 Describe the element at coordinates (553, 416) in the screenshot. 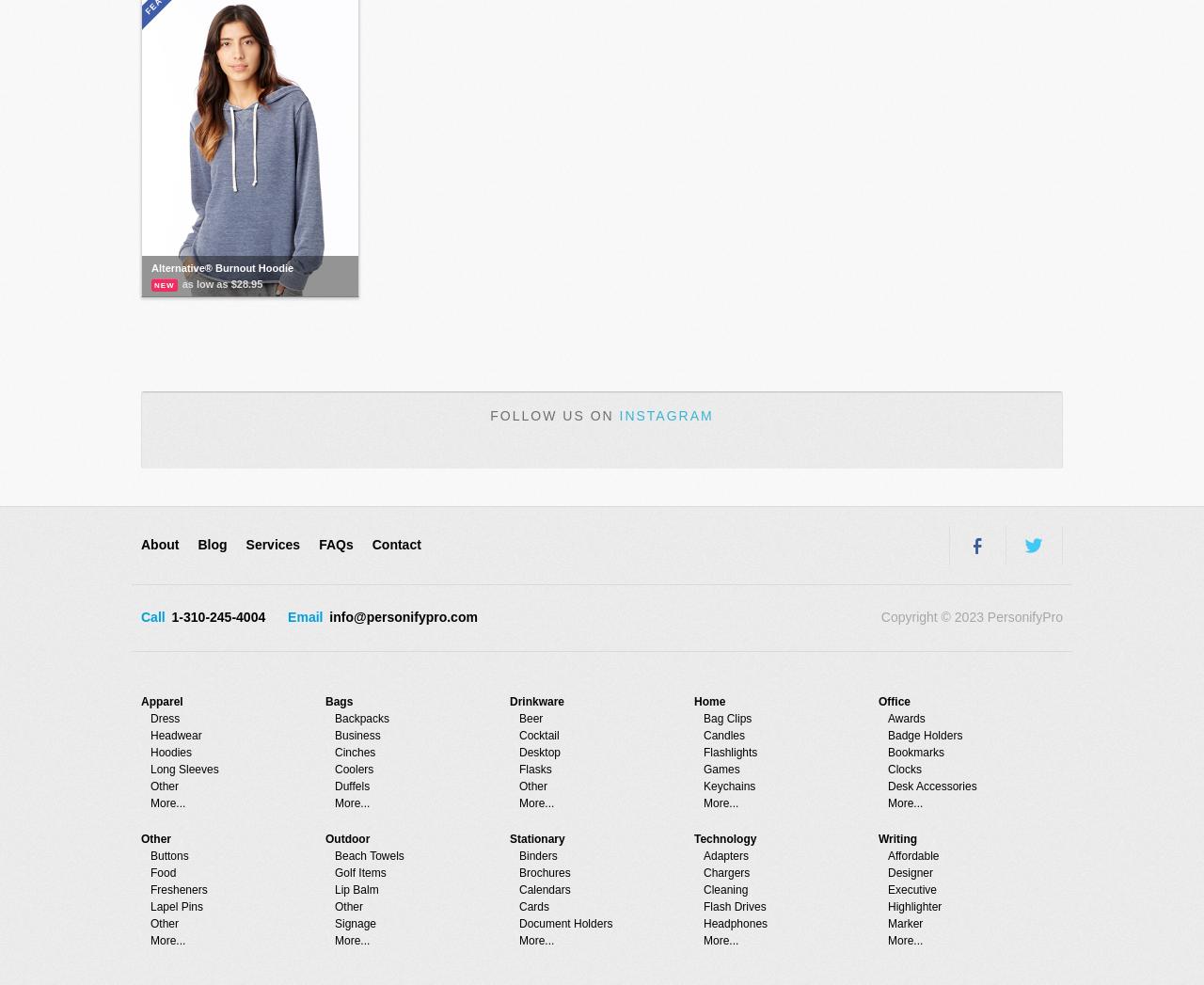

I see `'Follow us on'` at that location.